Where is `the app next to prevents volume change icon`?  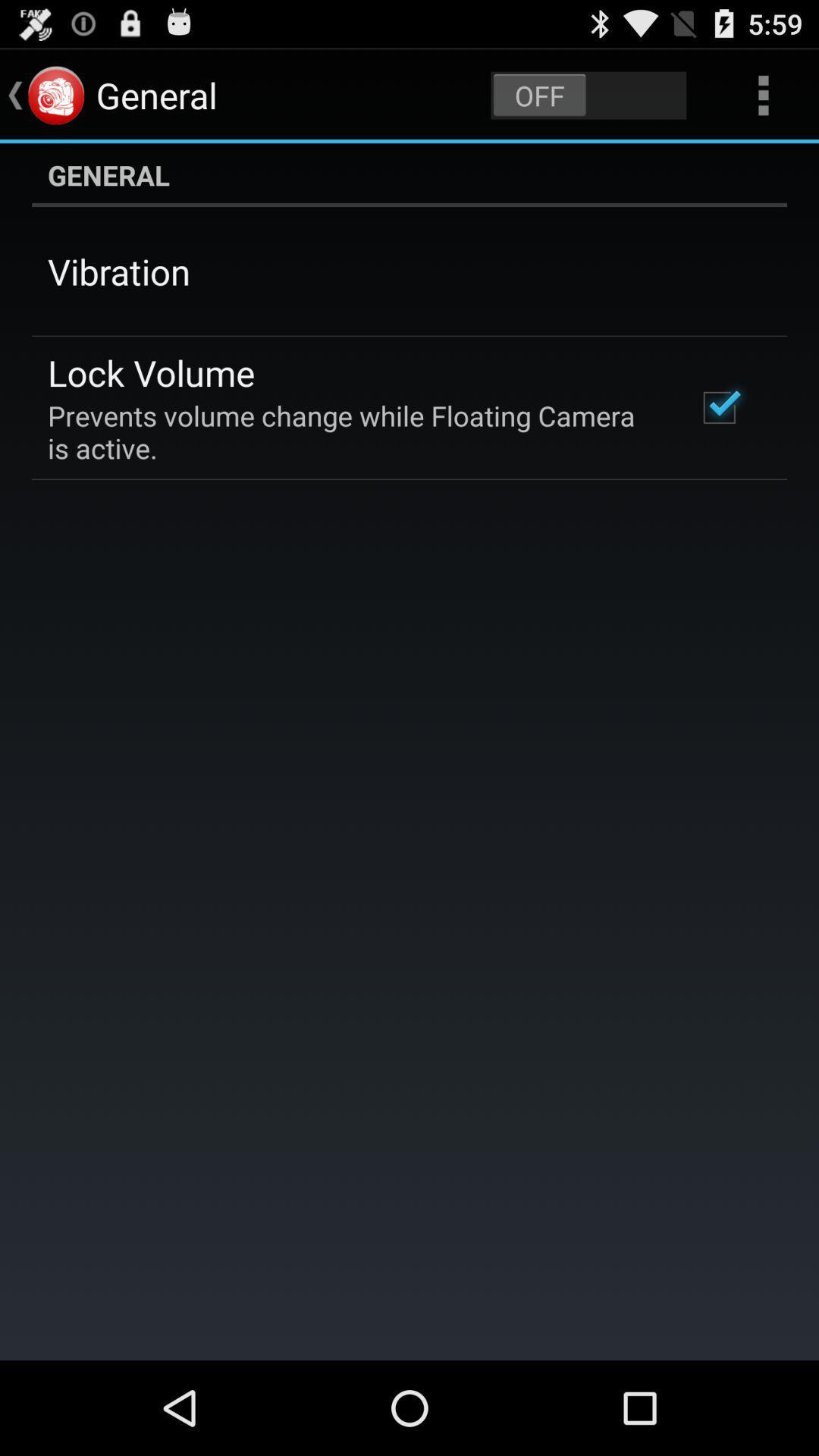 the app next to prevents volume change icon is located at coordinates (718, 407).